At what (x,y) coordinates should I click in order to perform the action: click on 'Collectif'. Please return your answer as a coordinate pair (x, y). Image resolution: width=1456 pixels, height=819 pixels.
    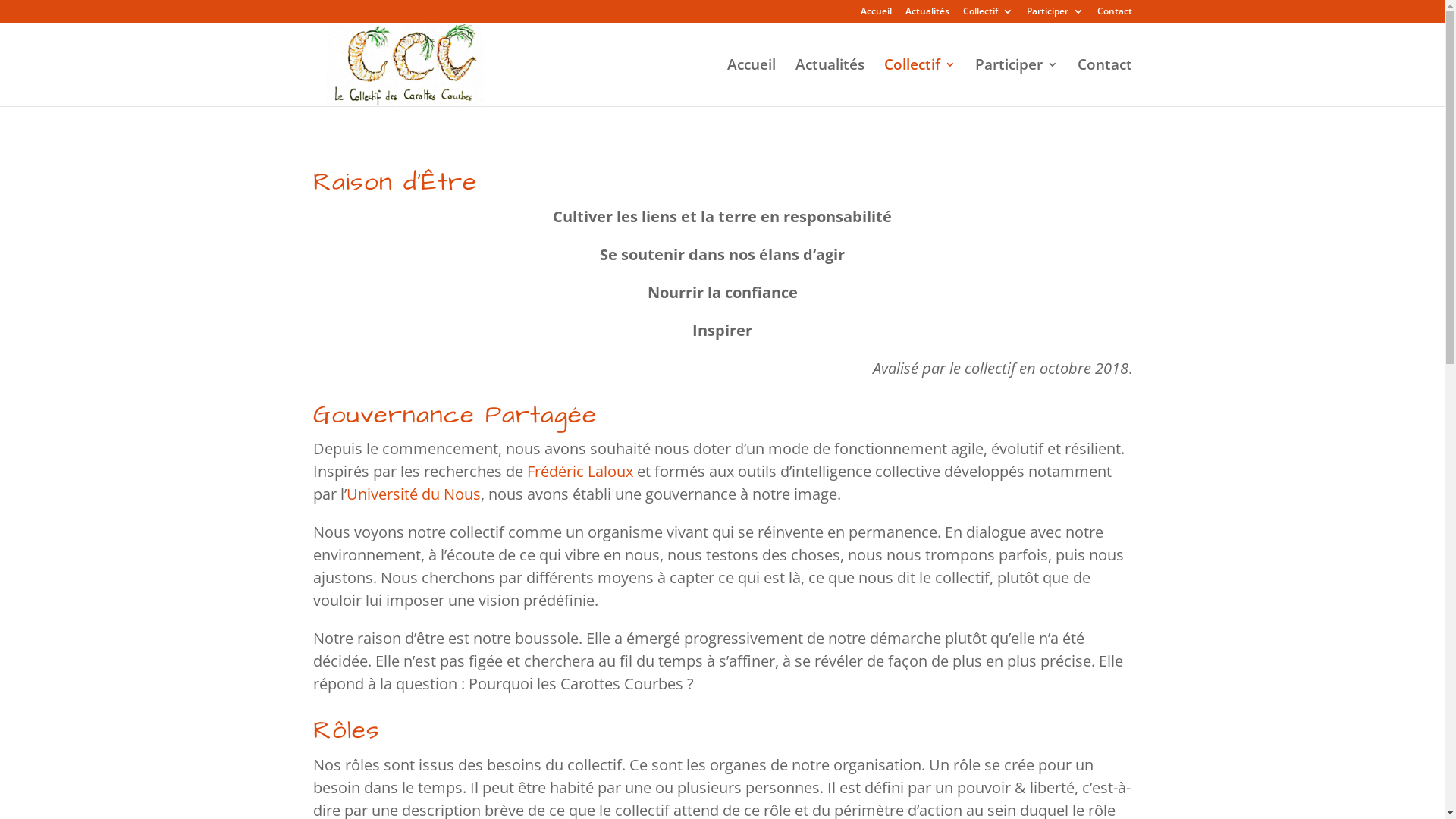
    Looking at the image, I should click on (884, 82).